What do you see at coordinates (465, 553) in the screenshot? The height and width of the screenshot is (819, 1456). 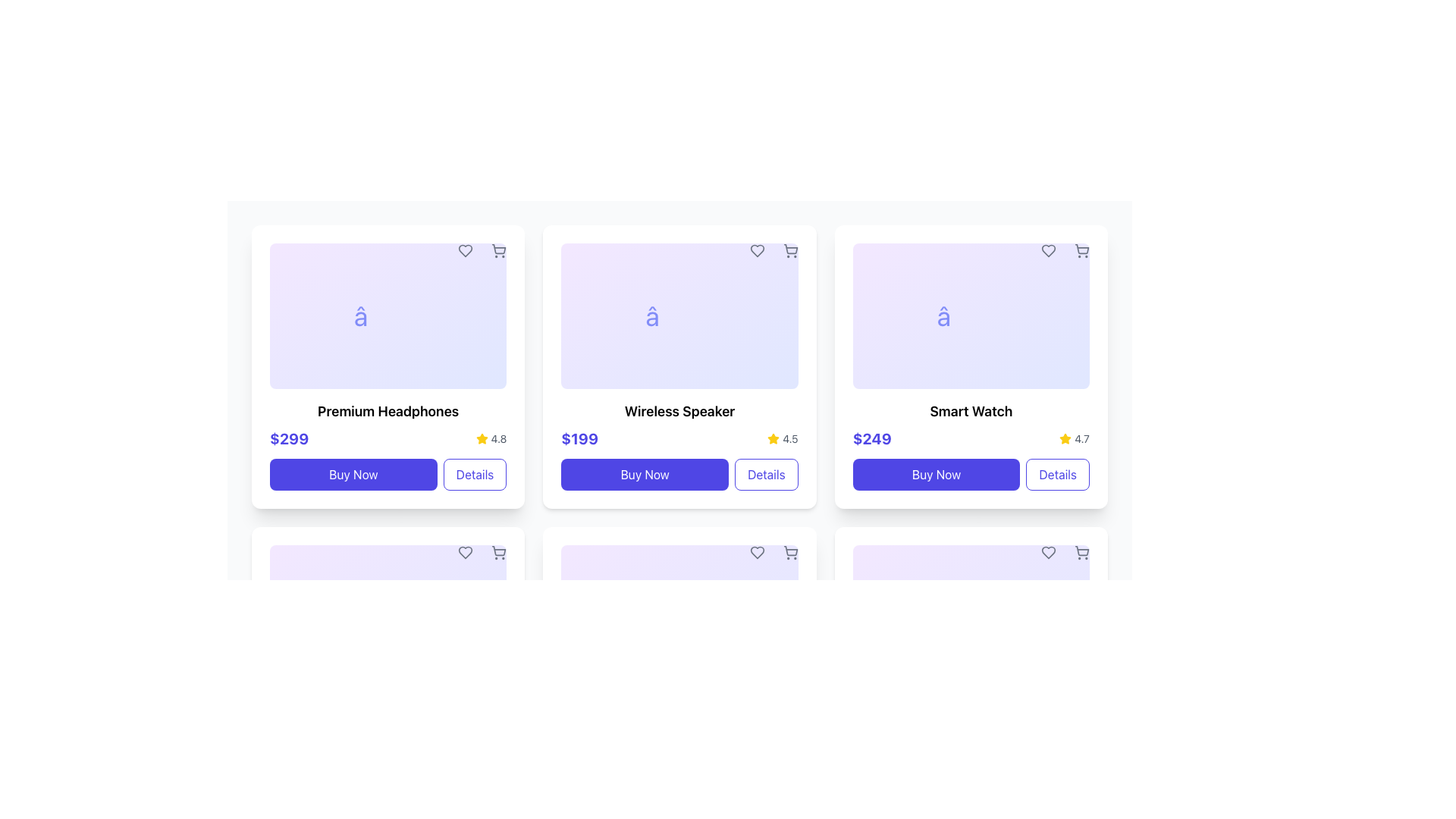 I see `the 'Premium Headphones' favorite icon located in the top-right corner of the product card` at bounding box center [465, 553].